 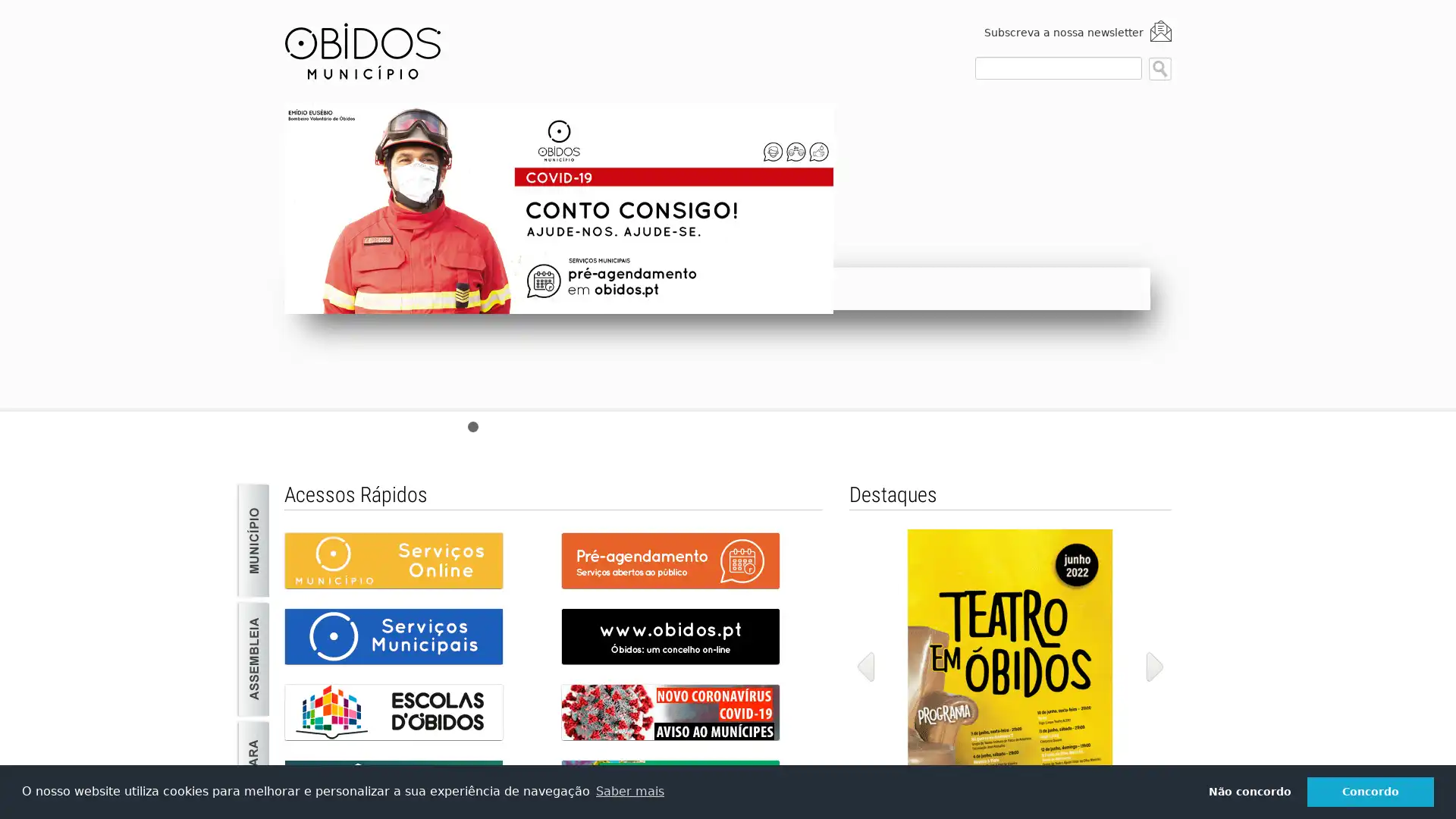 I want to click on learn more about cookies, so click(x=629, y=791).